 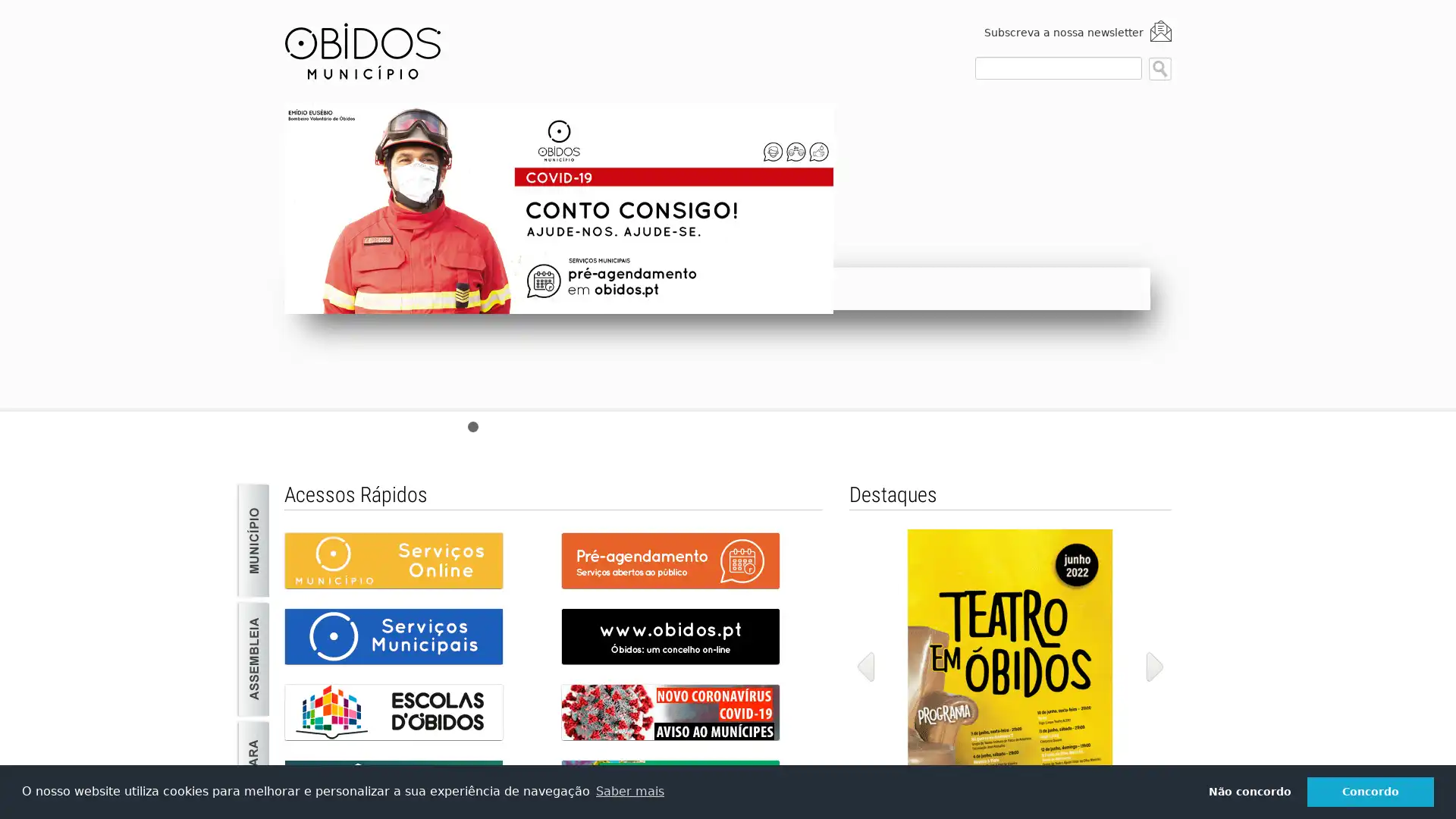 I want to click on learn more about cookies, so click(x=629, y=791).